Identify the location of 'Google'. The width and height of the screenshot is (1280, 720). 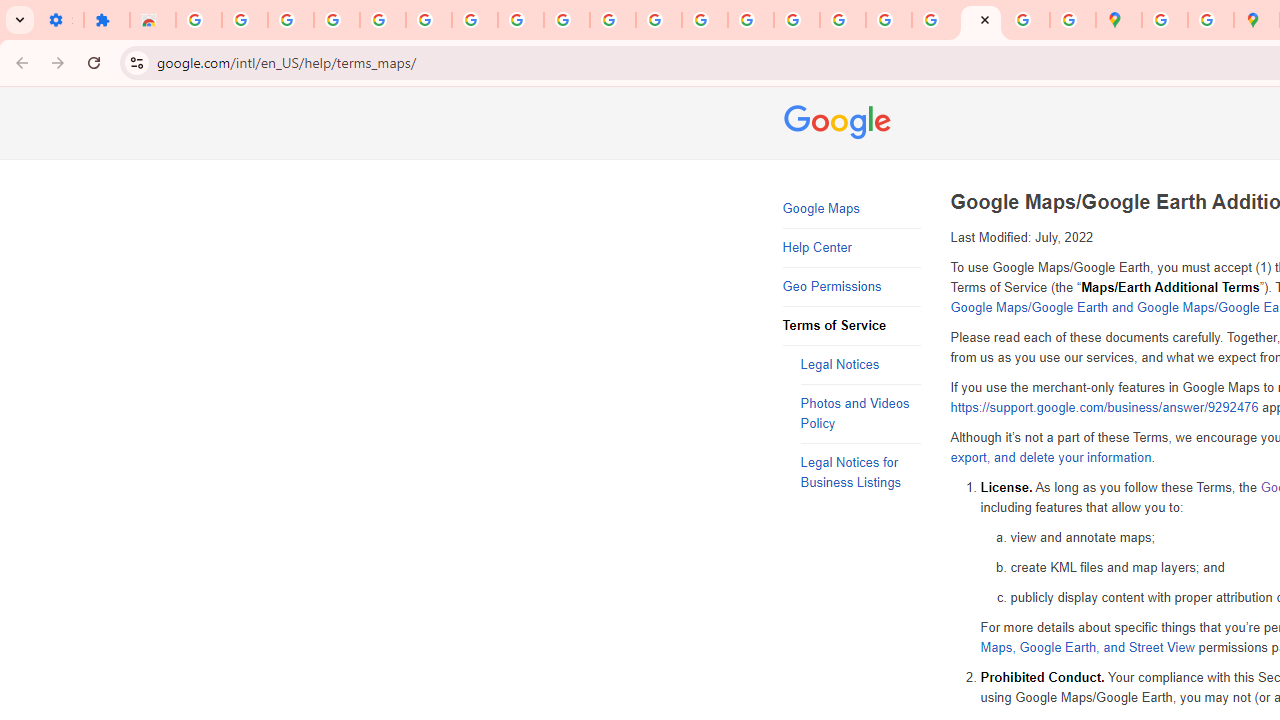
(840, 124).